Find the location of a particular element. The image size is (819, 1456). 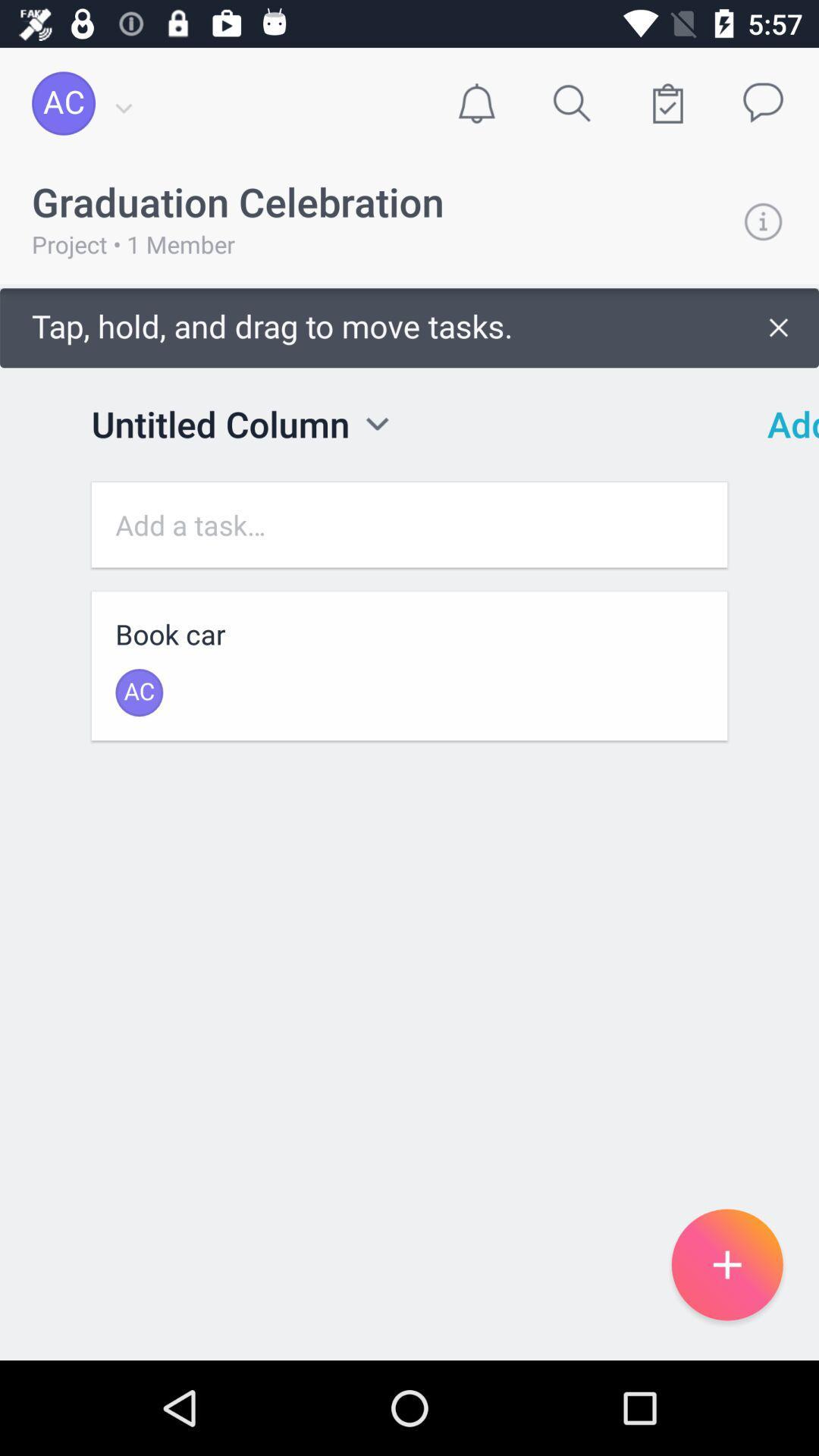

review options is located at coordinates (376, 424).